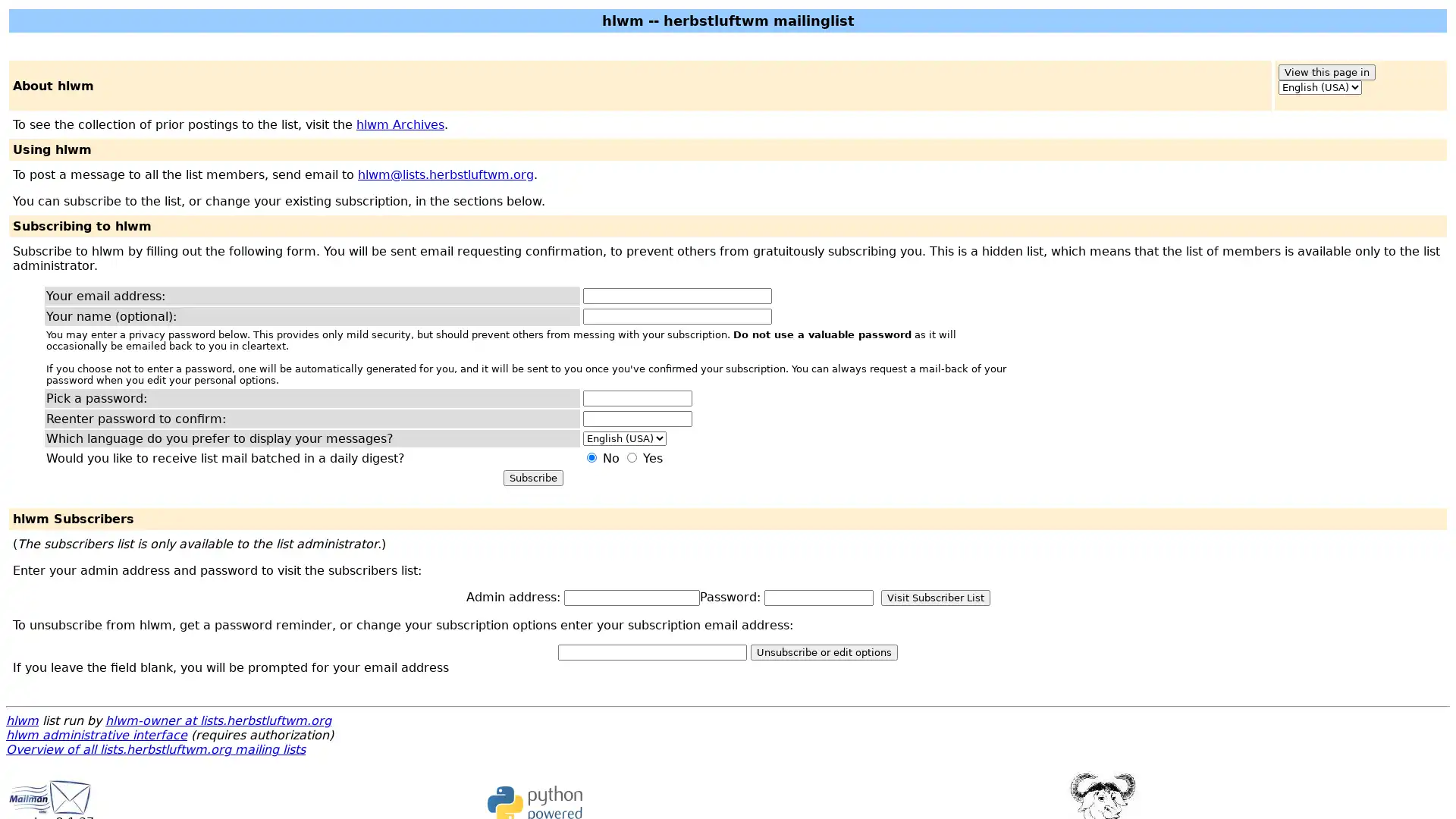 The height and width of the screenshot is (819, 1456). What do you see at coordinates (532, 478) in the screenshot?
I see `Subscribe` at bounding box center [532, 478].